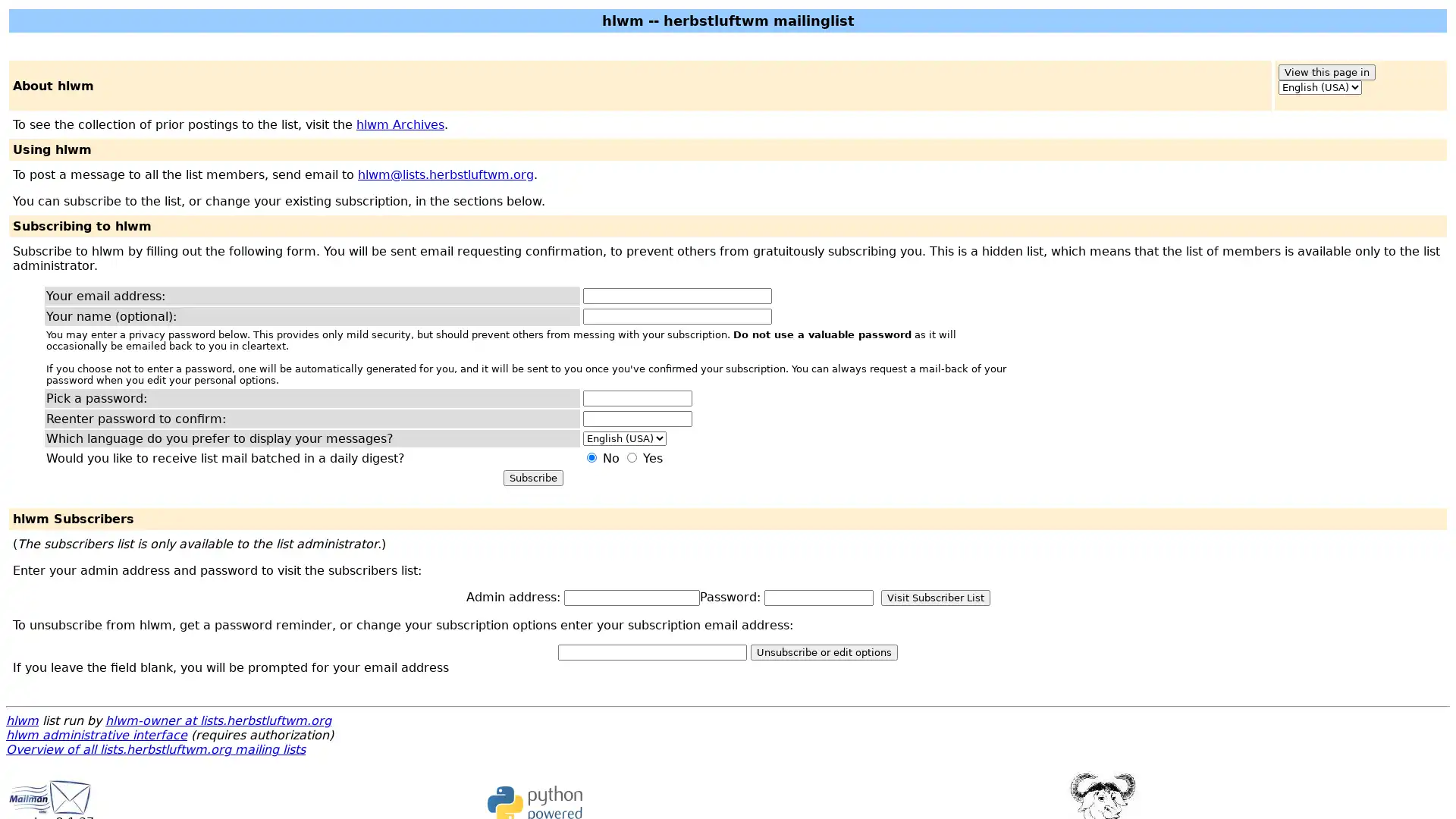 The height and width of the screenshot is (819, 1456). What do you see at coordinates (532, 478) in the screenshot?
I see `Subscribe` at bounding box center [532, 478].